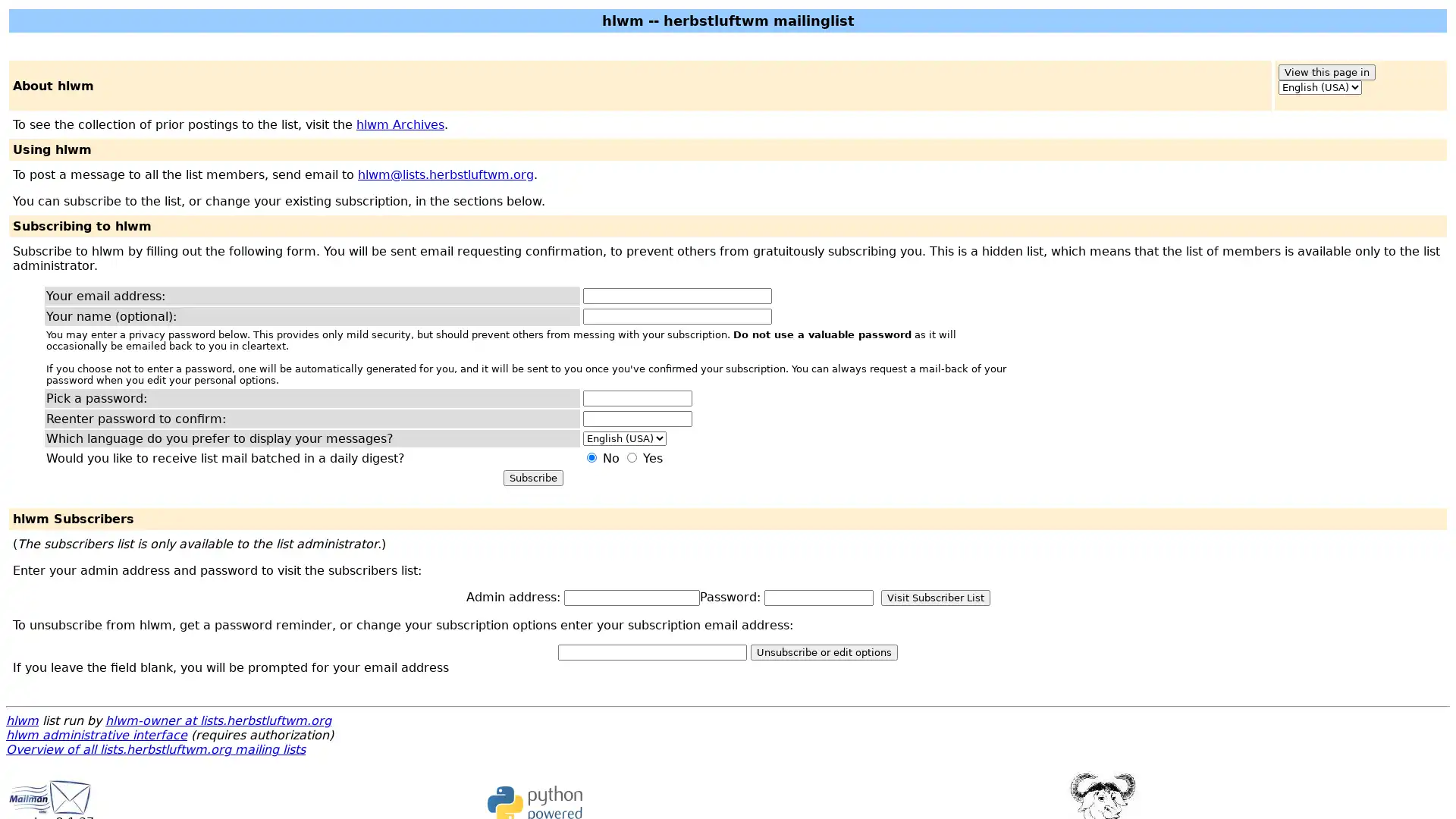 The height and width of the screenshot is (819, 1456). What do you see at coordinates (532, 478) in the screenshot?
I see `Subscribe` at bounding box center [532, 478].